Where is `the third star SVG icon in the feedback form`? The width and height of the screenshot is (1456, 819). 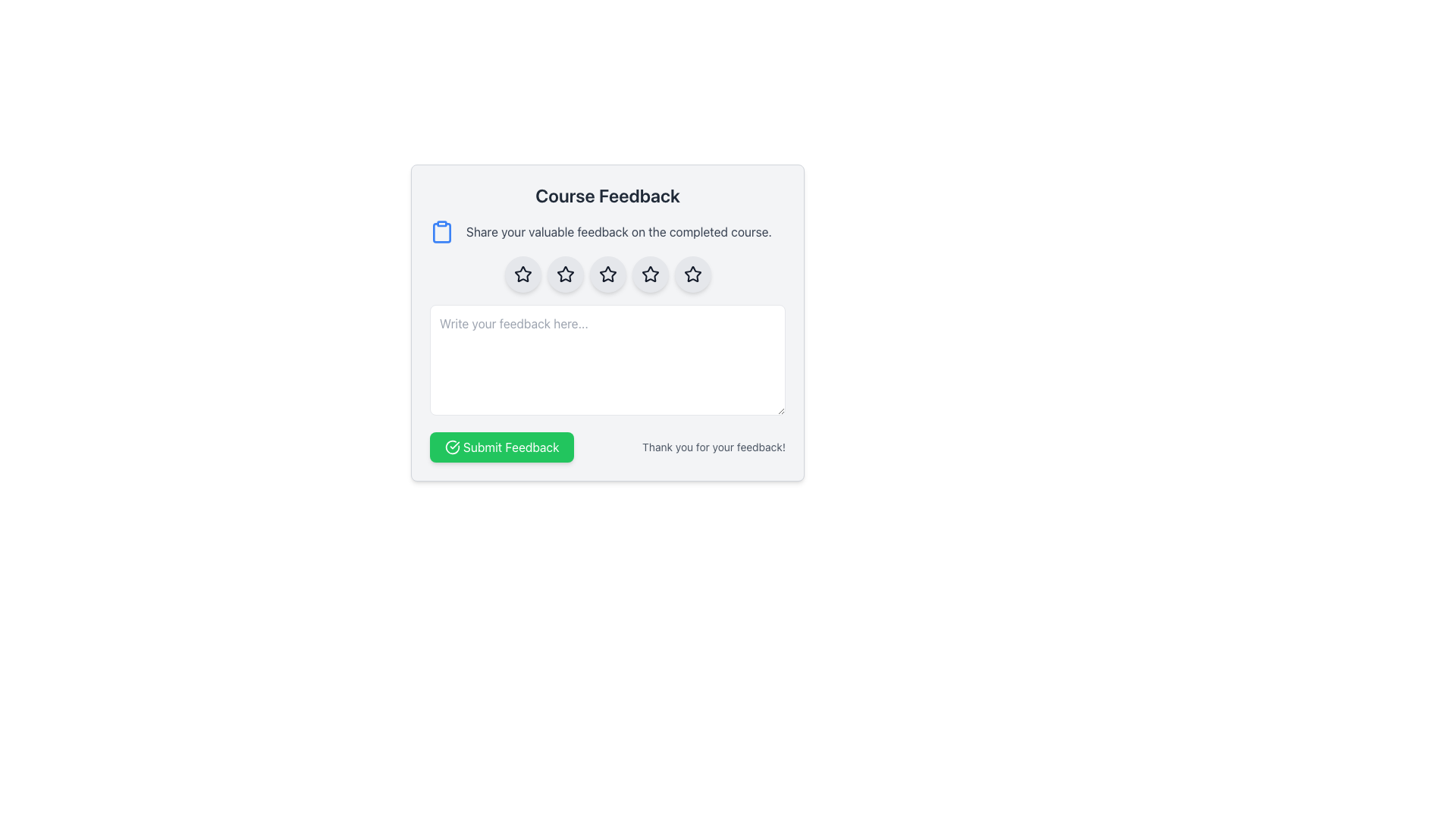
the third star SVG icon in the feedback form is located at coordinates (650, 274).